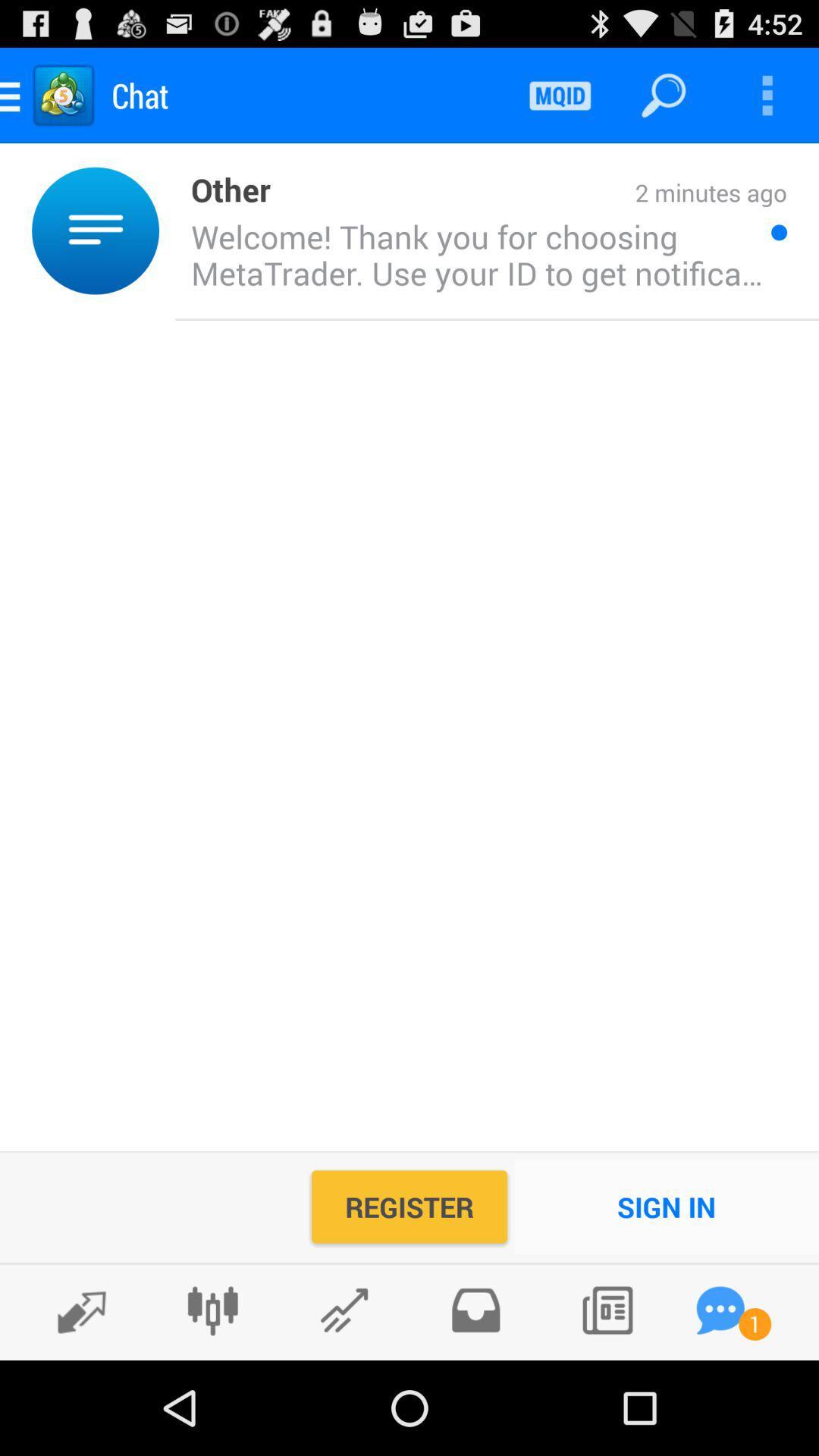 The image size is (819, 1456). Describe the element at coordinates (528, 193) in the screenshot. I see `the 2 minutes ago icon` at that location.